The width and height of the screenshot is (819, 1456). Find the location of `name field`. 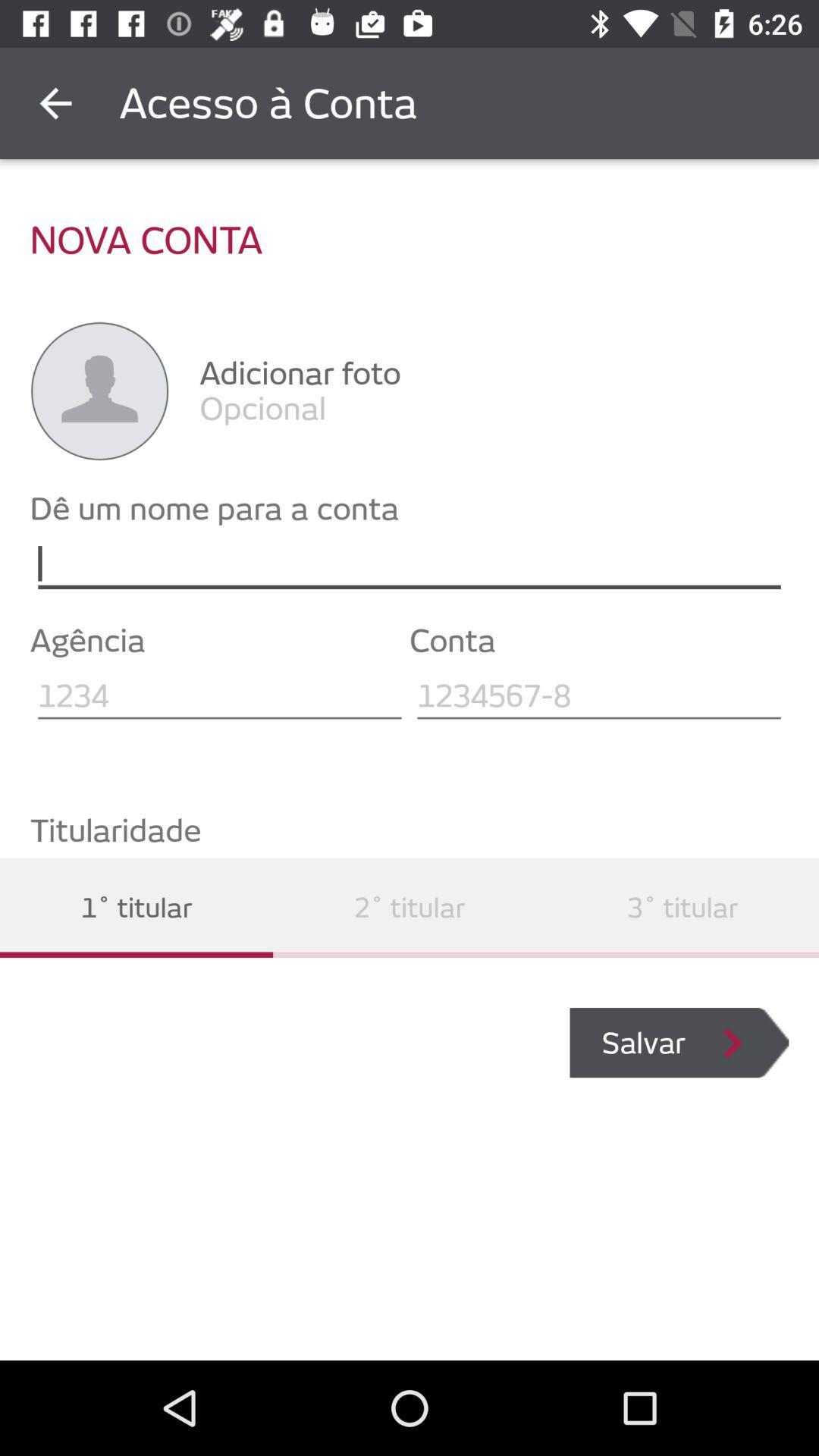

name field is located at coordinates (409, 563).